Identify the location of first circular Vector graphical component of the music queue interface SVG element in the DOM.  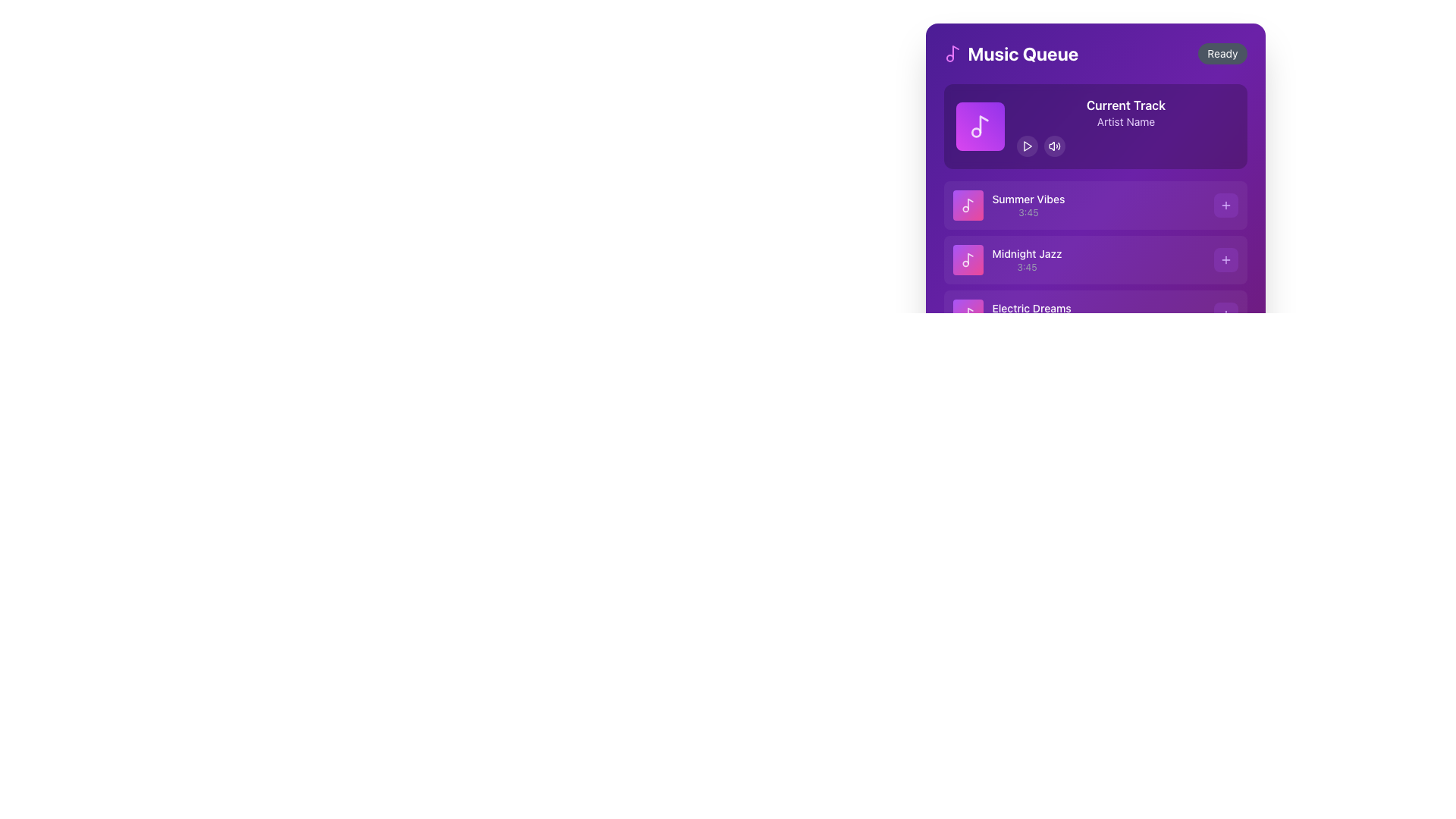
(976, 131).